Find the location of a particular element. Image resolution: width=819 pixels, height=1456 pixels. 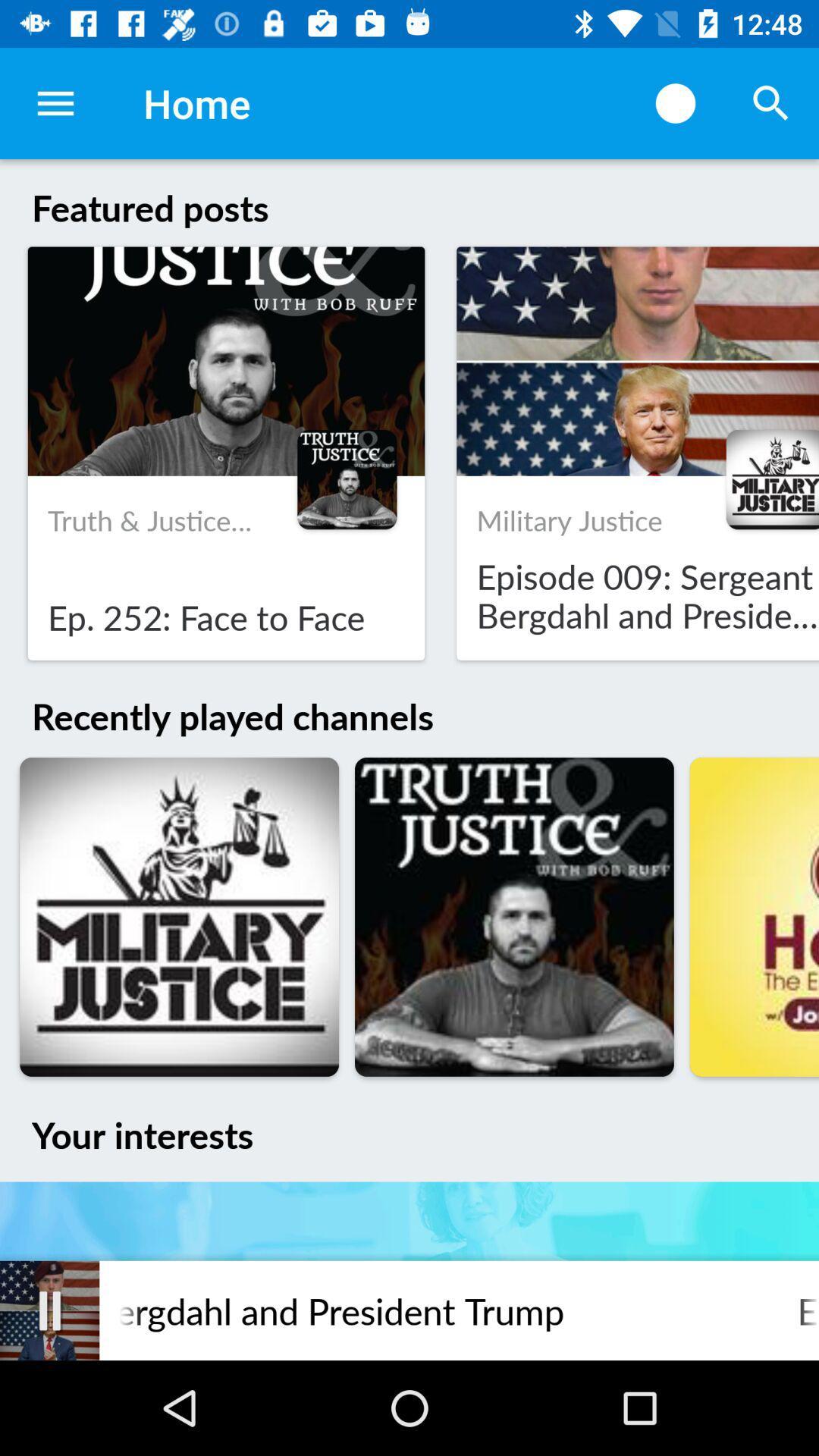

the icon to the right of home item is located at coordinates (675, 102).